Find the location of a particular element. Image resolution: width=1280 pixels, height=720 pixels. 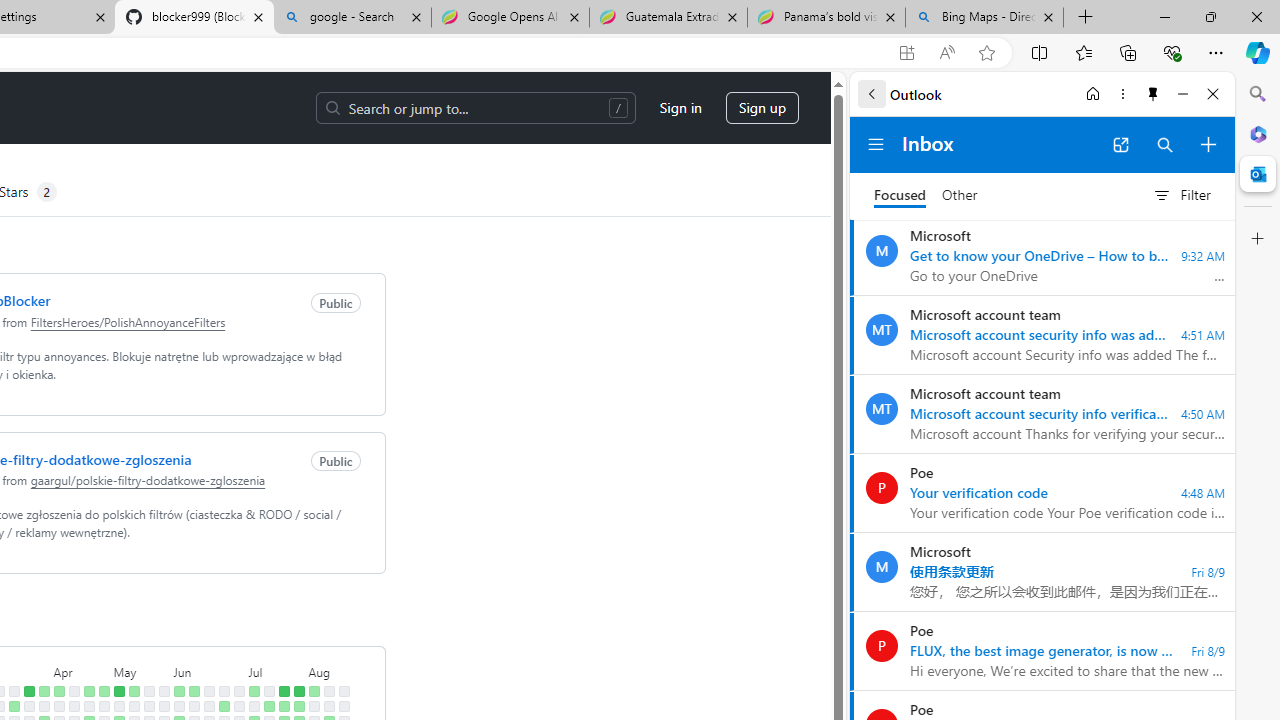

'No contributions on April 14th.' is located at coordinates (73, 690).